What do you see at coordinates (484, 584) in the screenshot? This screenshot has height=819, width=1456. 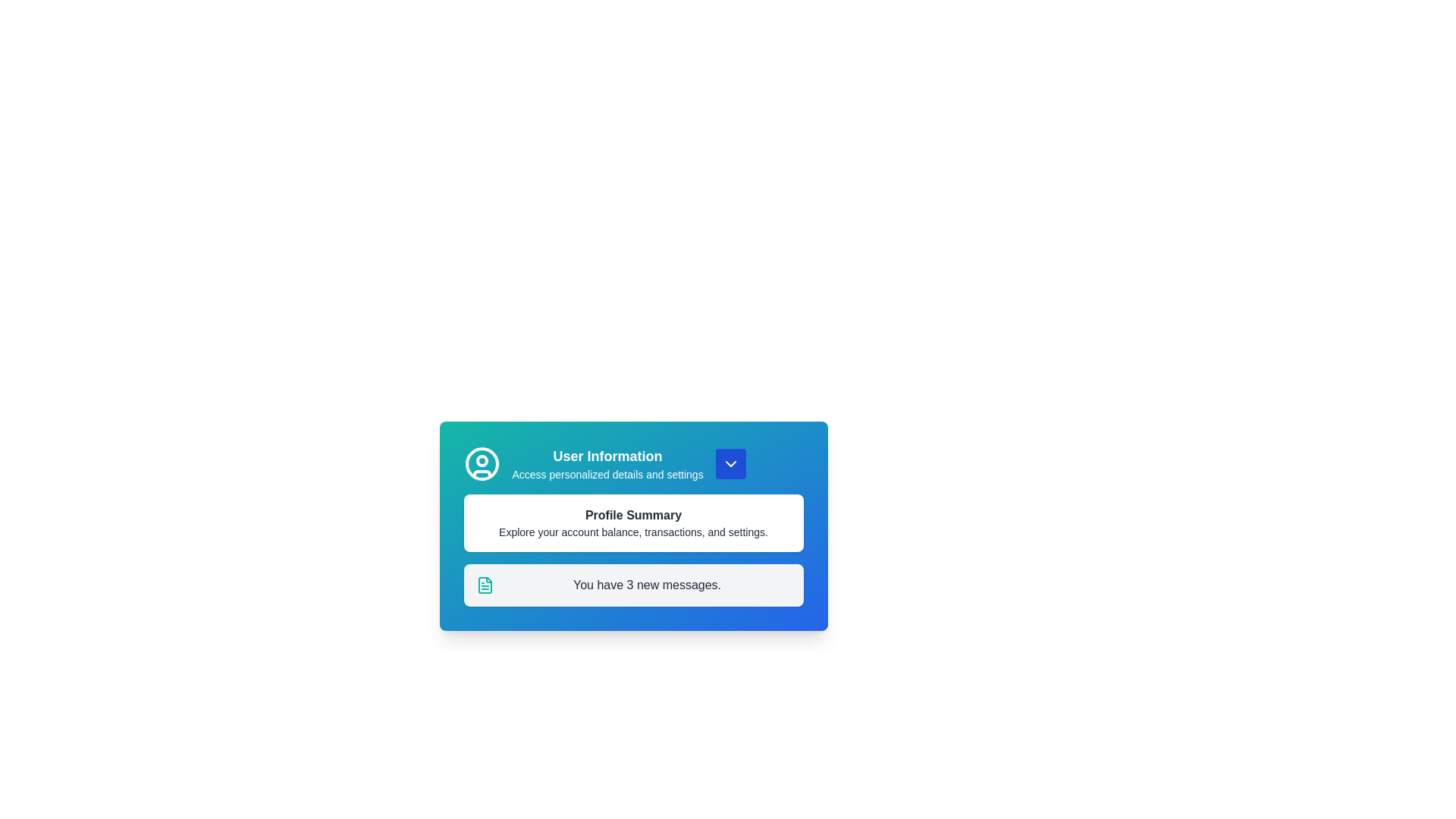 I see `the document/file icon that precedes the text 'You have 3 new messages.'` at bounding box center [484, 584].